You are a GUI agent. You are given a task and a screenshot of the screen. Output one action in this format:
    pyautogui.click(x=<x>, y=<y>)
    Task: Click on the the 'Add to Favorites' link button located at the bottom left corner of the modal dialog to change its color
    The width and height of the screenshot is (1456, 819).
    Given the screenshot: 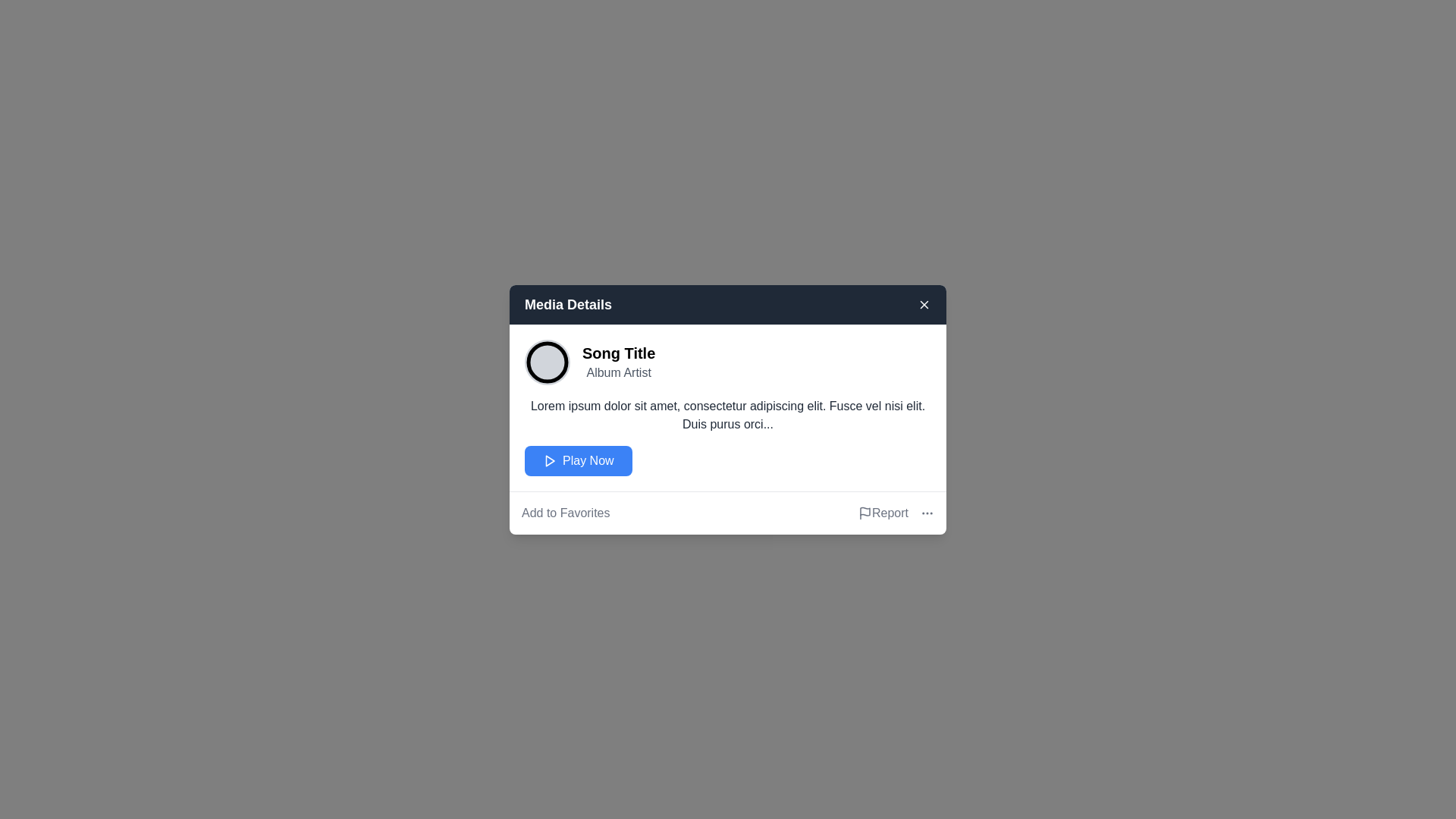 What is the action you would take?
    pyautogui.click(x=565, y=512)
    